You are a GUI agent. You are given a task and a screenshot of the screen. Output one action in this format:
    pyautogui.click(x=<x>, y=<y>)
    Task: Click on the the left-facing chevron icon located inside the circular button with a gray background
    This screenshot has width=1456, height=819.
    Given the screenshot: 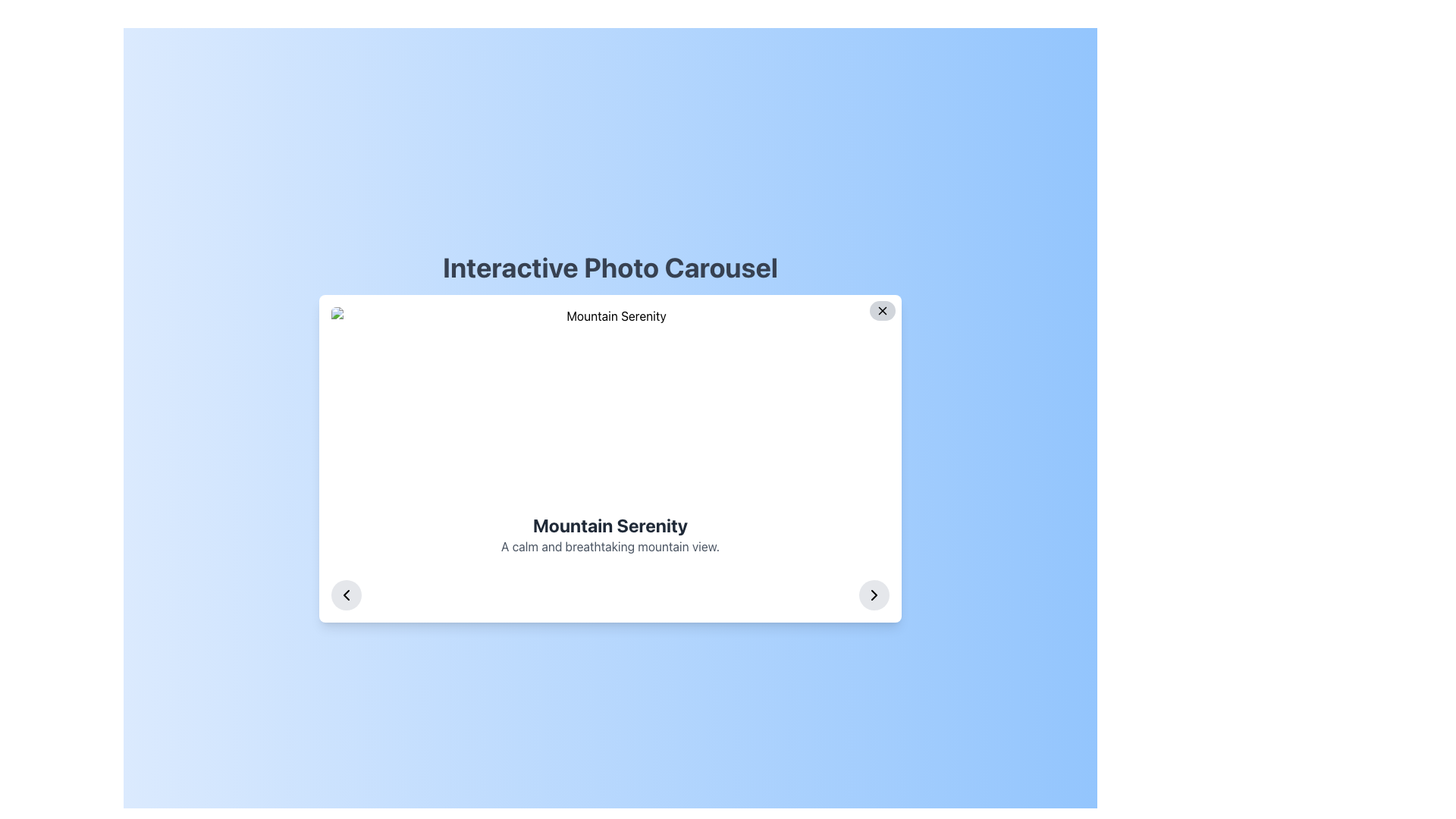 What is the action you would take?
    pyautogui.click(x=345, y=595)
    